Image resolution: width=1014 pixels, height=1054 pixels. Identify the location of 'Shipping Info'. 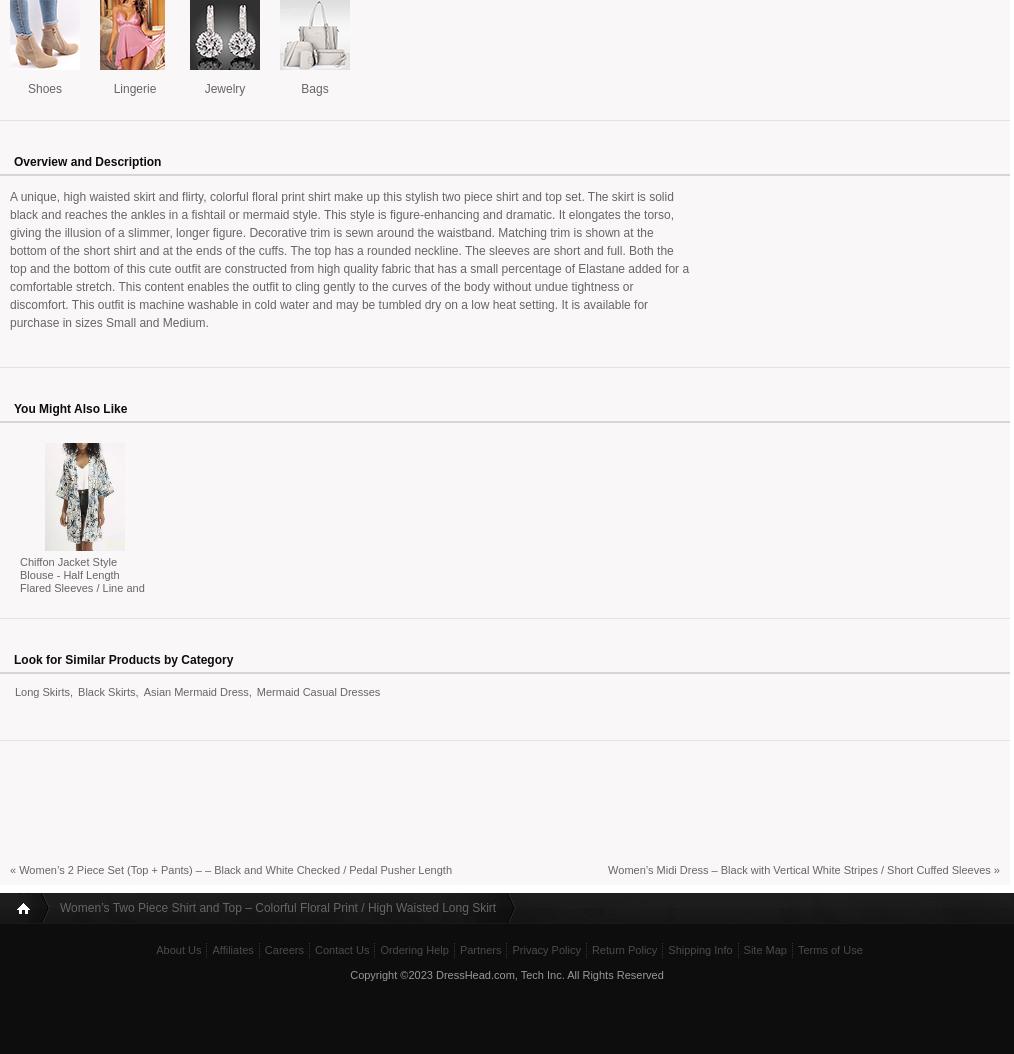
(698, 949).